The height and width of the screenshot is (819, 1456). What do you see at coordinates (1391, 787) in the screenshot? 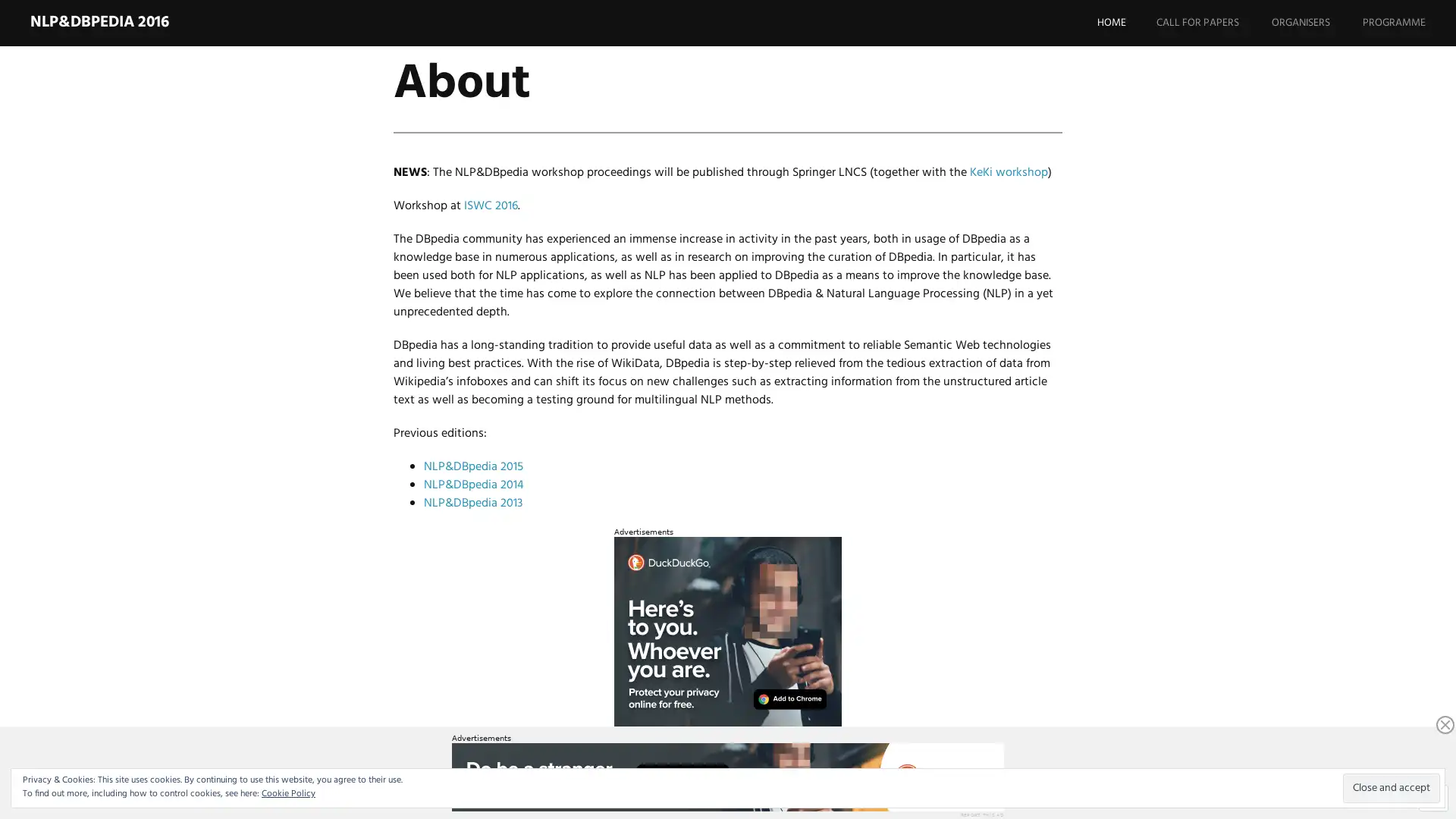
I see `Close and accept` at bounding box center [1391, 787].